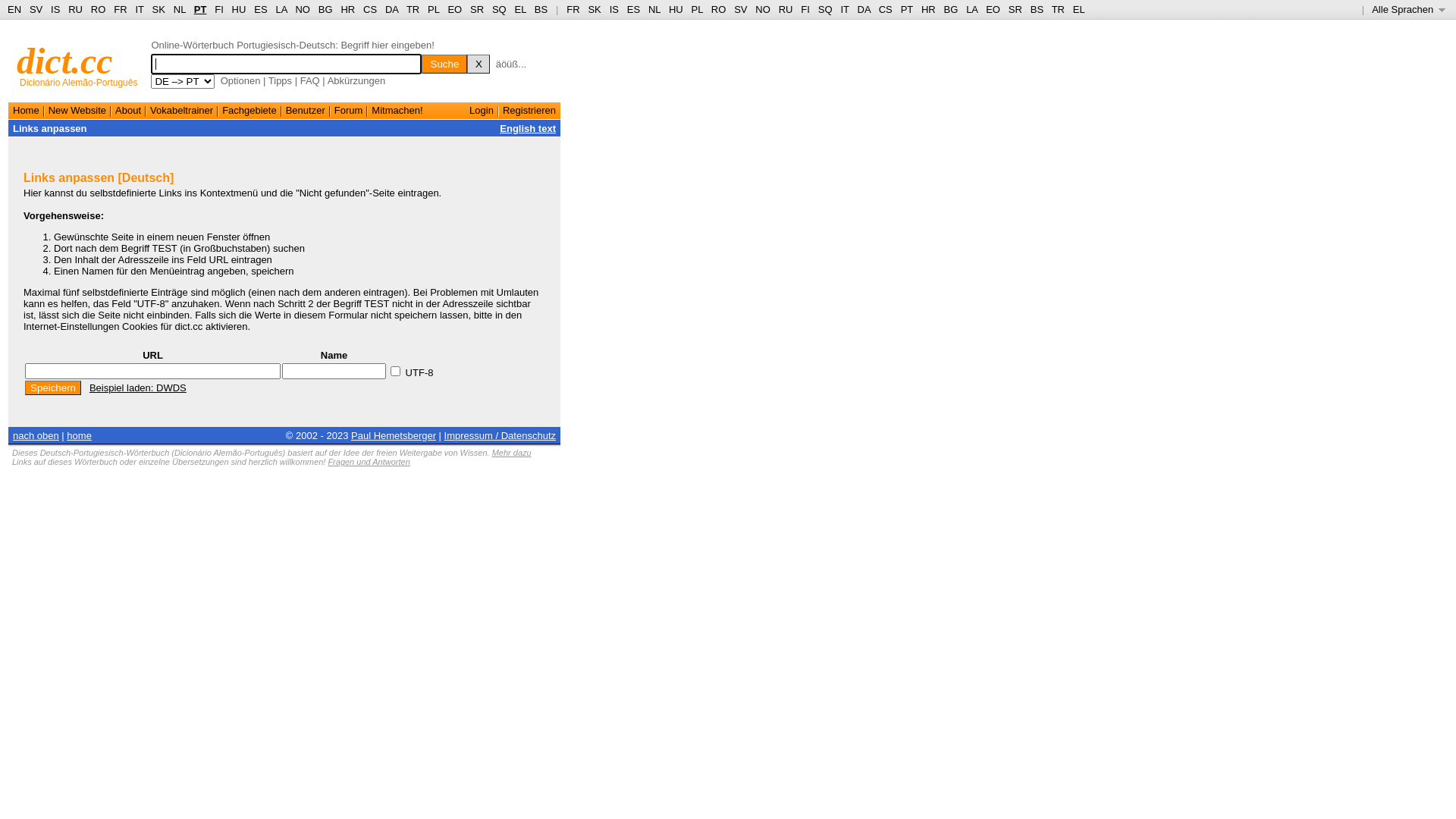 This screenshot has height=819, width=1456. Describe the element at coordinates (843, 9) in the screenshot. I see `'IT'` at that location.